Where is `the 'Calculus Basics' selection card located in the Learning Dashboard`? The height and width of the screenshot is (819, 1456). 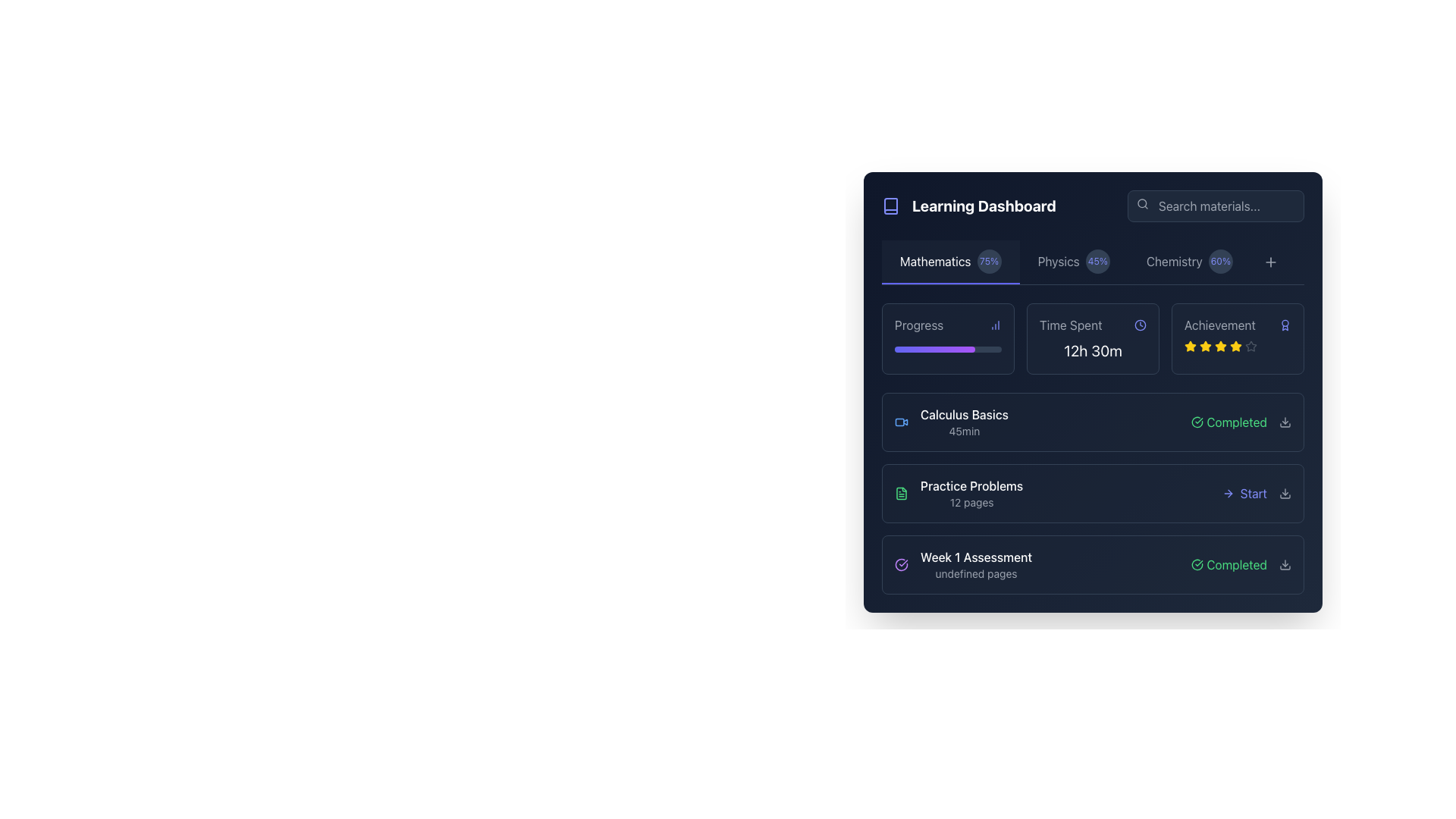
the 'Calculus Basics' selection card located in the Learning Dashboard is located at coordinates (1093, 422).